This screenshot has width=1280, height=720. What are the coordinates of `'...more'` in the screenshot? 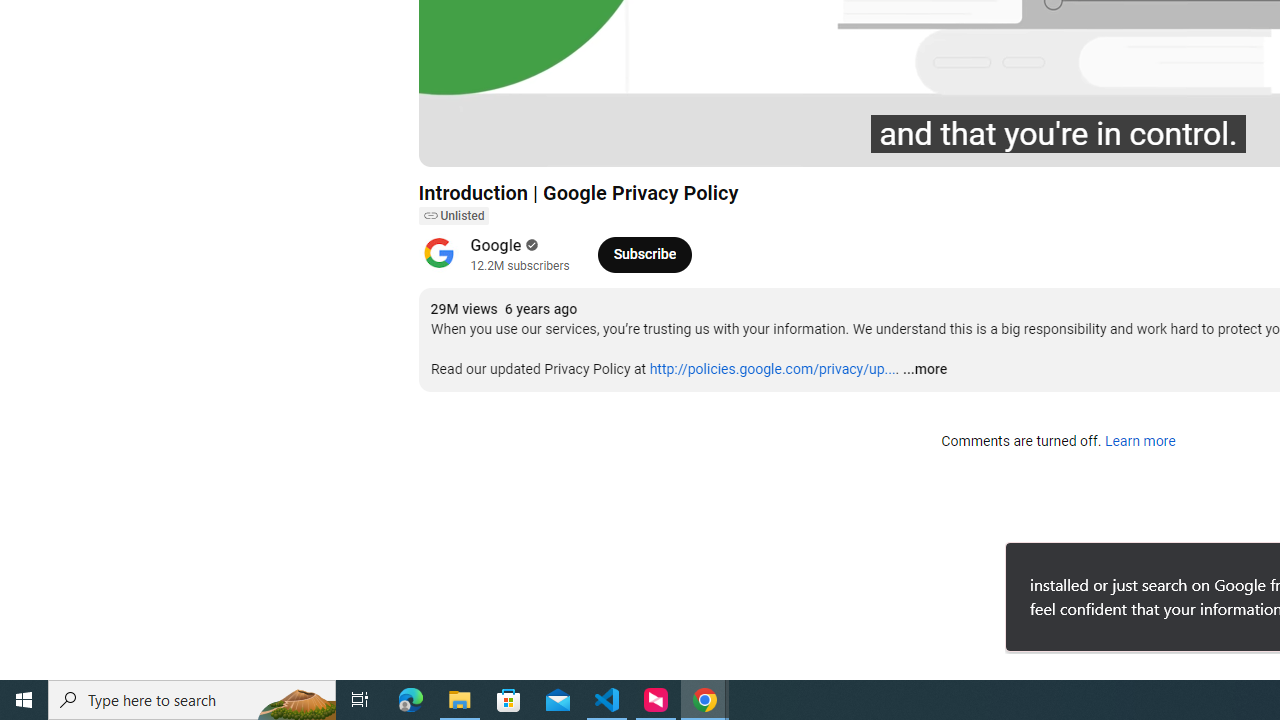 It's located at (923, 370).